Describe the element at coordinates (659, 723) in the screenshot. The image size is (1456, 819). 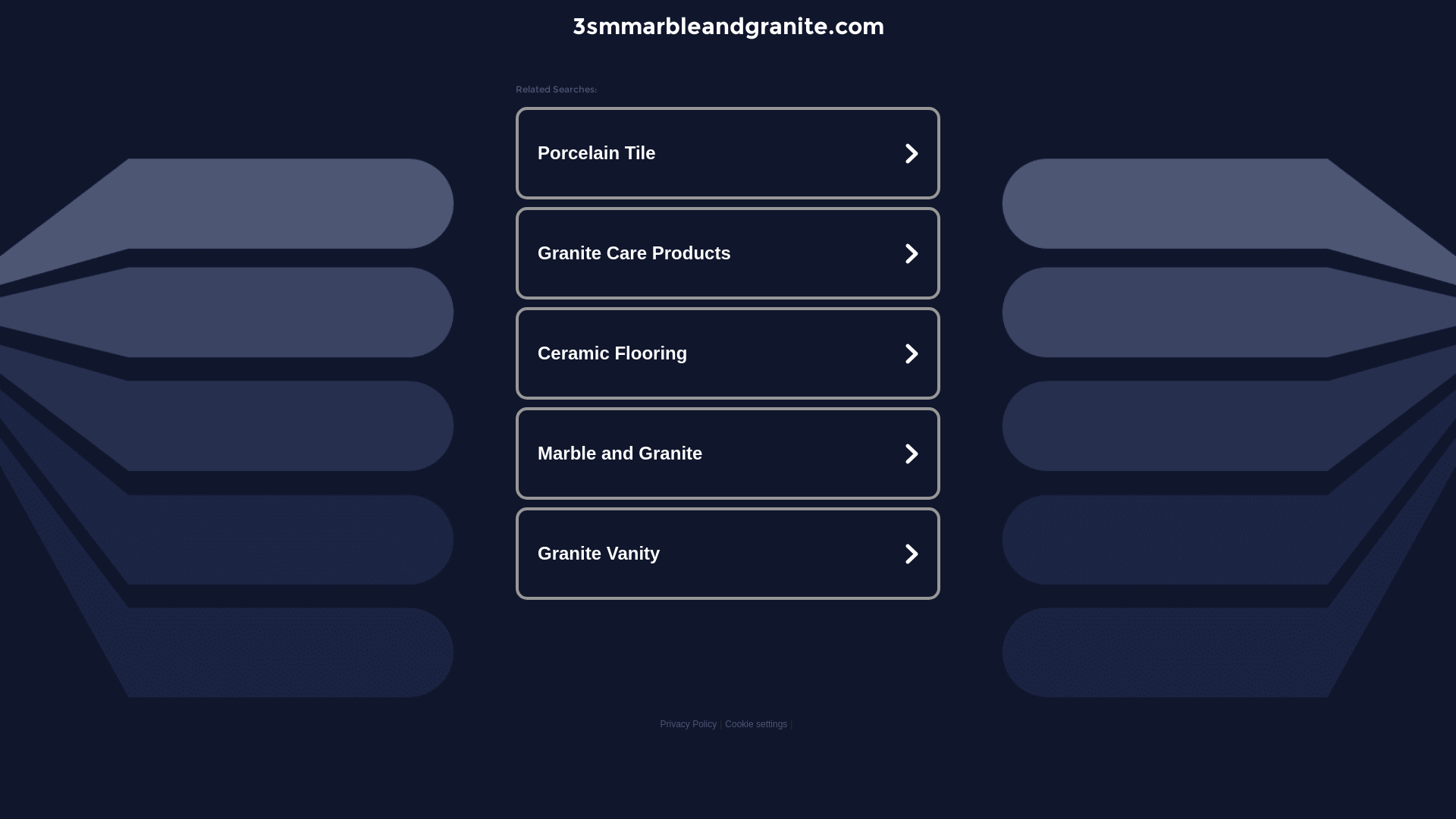
I see `'Privacy Policy'` at that location.